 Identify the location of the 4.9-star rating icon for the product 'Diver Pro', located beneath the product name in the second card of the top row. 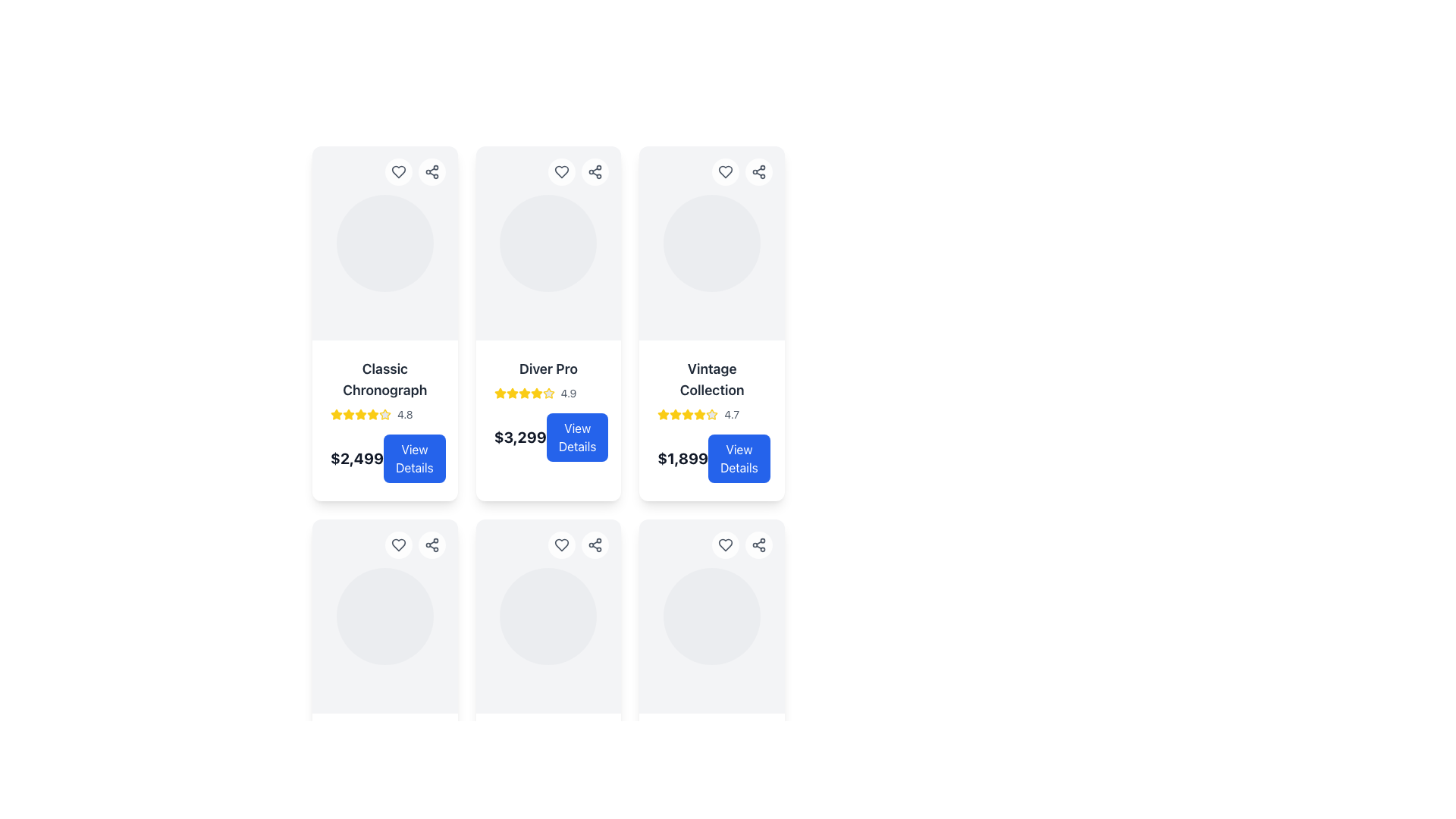
(536, 392).